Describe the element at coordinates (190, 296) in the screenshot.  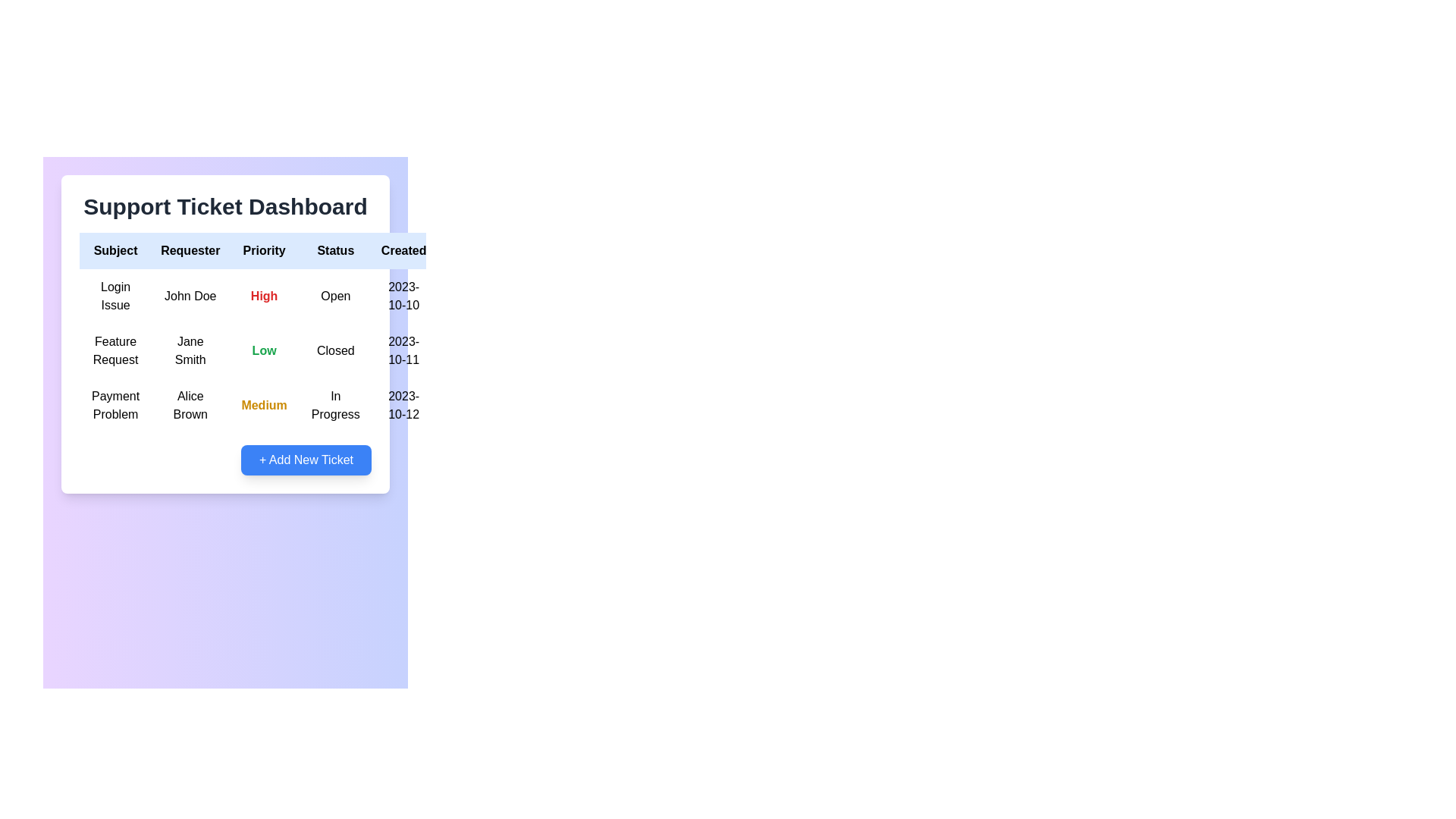
I see `the text label displaying the name of the person associated with the 'Login Issue' ticket in the second column of the table` at that location.